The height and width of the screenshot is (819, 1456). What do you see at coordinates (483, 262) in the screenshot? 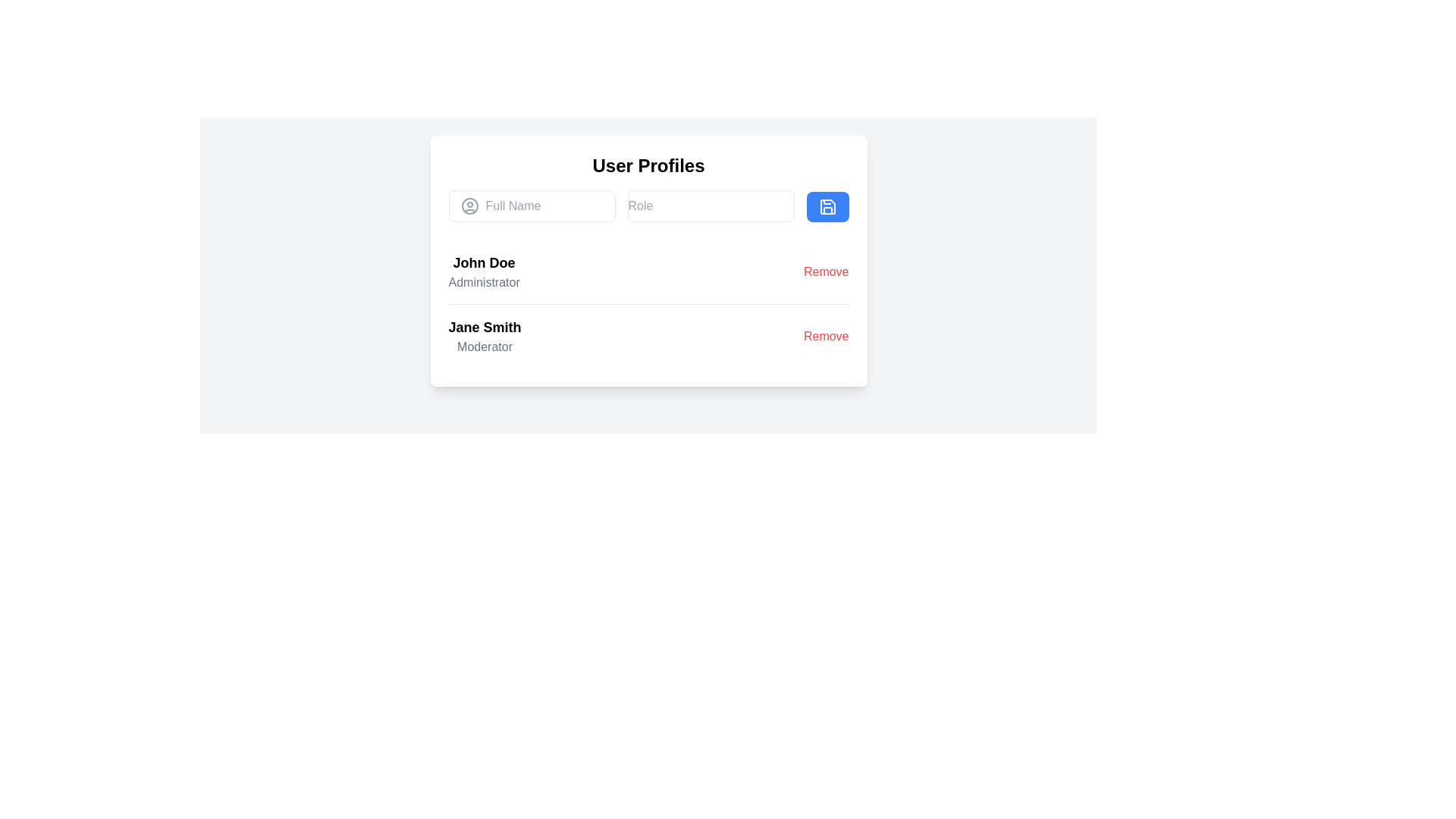
I see `the text display element that shows 'John Doe', which is styled in bold and larger size, located at the top of the user profile card above the role descriptor 'Administrator'` at bounding box center [483, 262].